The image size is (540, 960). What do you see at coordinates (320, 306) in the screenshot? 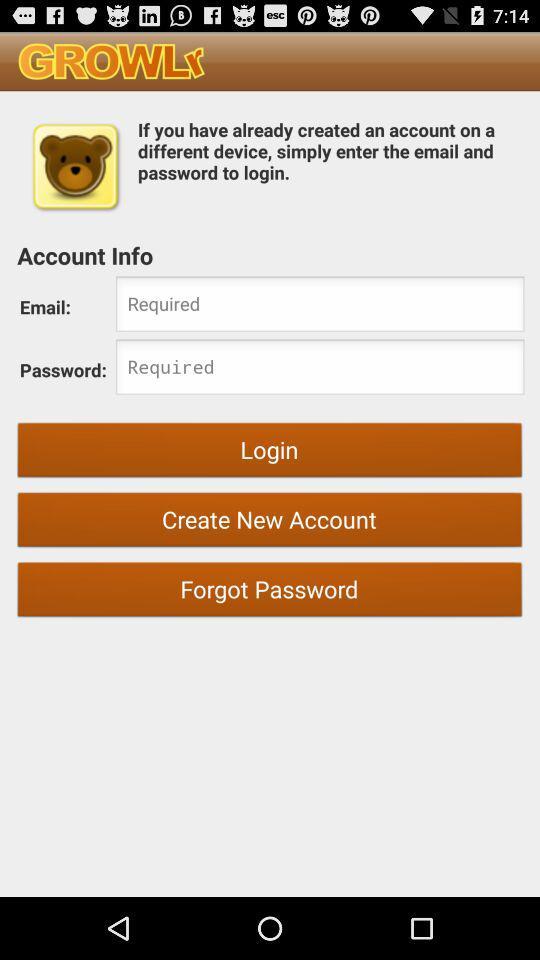
I see `email` at bounding box center [320, 306].